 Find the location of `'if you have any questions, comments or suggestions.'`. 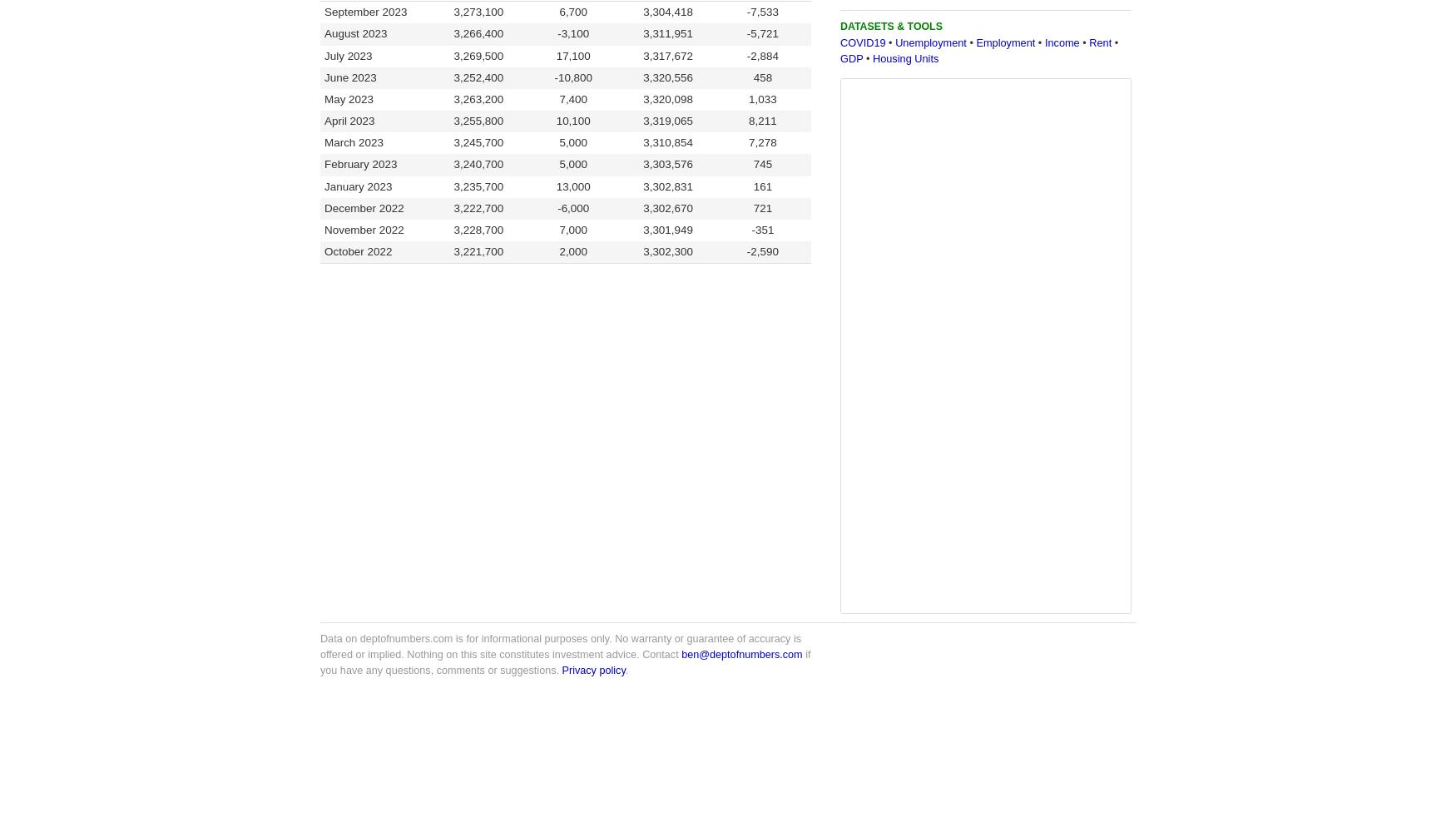

'if you have any questions, comments or suggestions.' is located at coordinates (564, 662).